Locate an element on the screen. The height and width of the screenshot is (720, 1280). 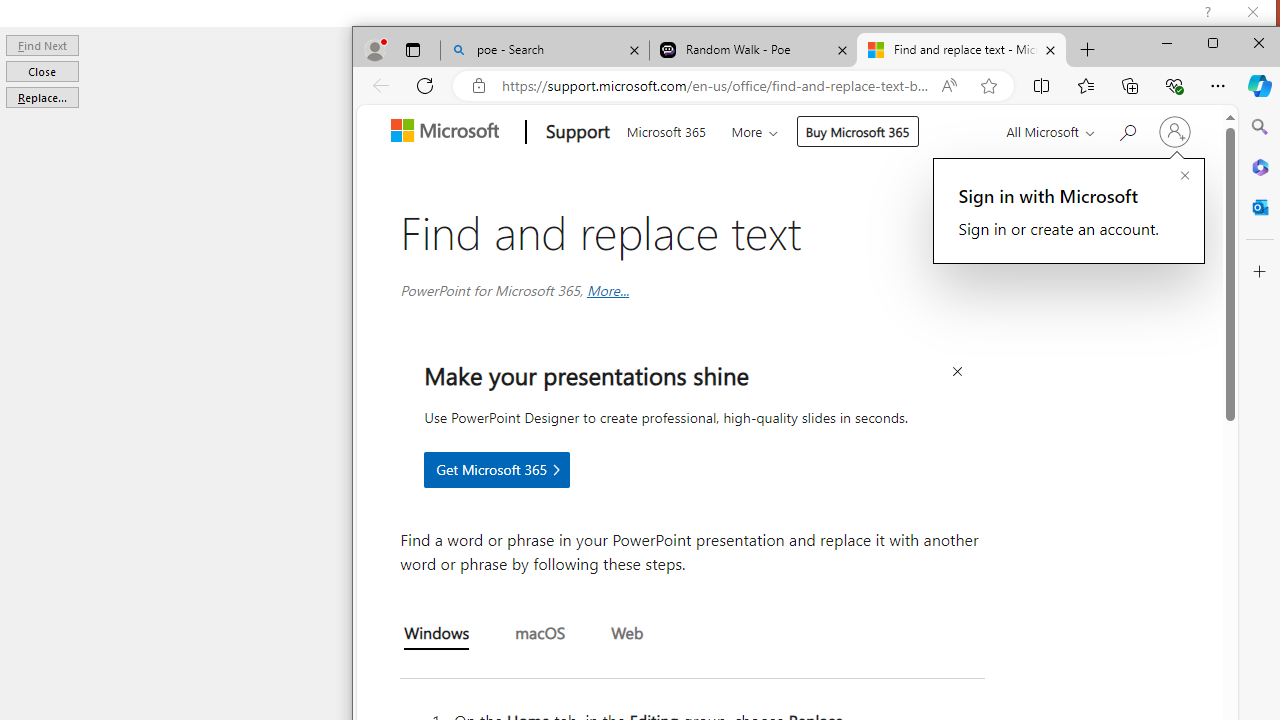
'Settings and more (Alt+F)' is located at coordinates (1216, 85).